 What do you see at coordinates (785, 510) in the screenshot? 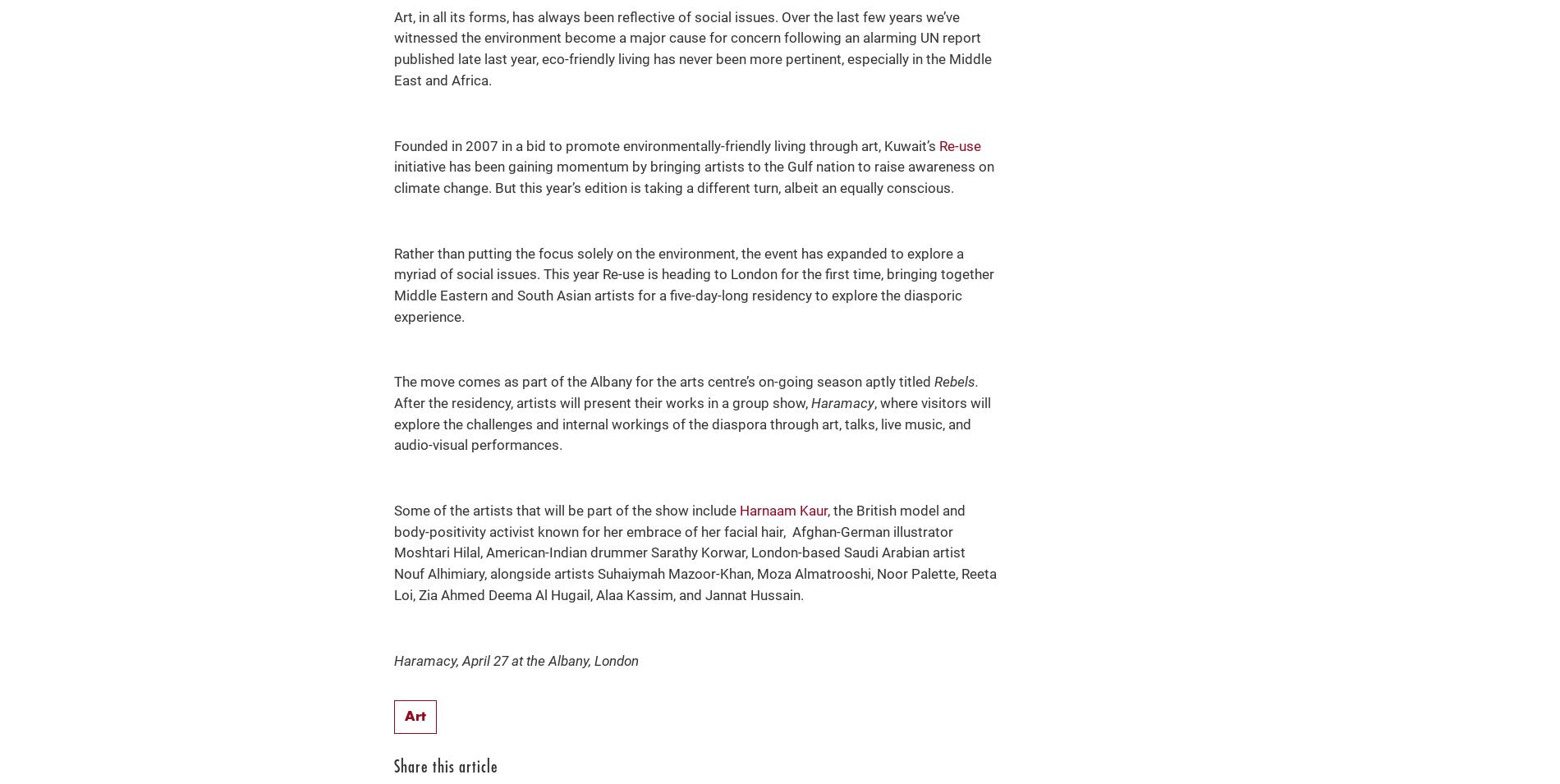
I see `'Harnaam Kaur,'` at bounding box center [785, 510].